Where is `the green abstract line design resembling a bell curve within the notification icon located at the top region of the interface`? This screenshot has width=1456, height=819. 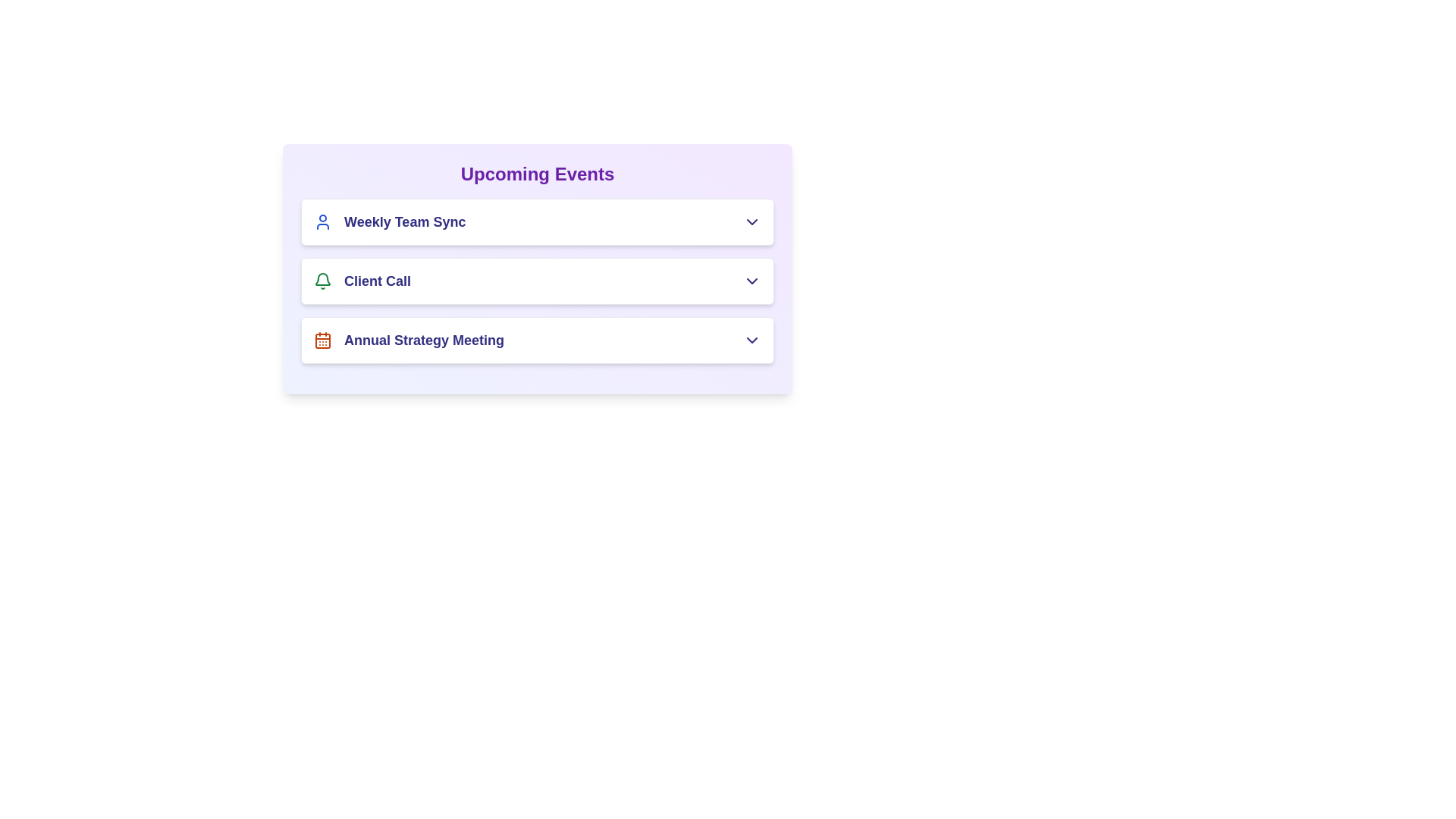
the green abstract line design resembling a bell curve within the notification icon located at the top region of the interface is located at coordinates (322, 279).